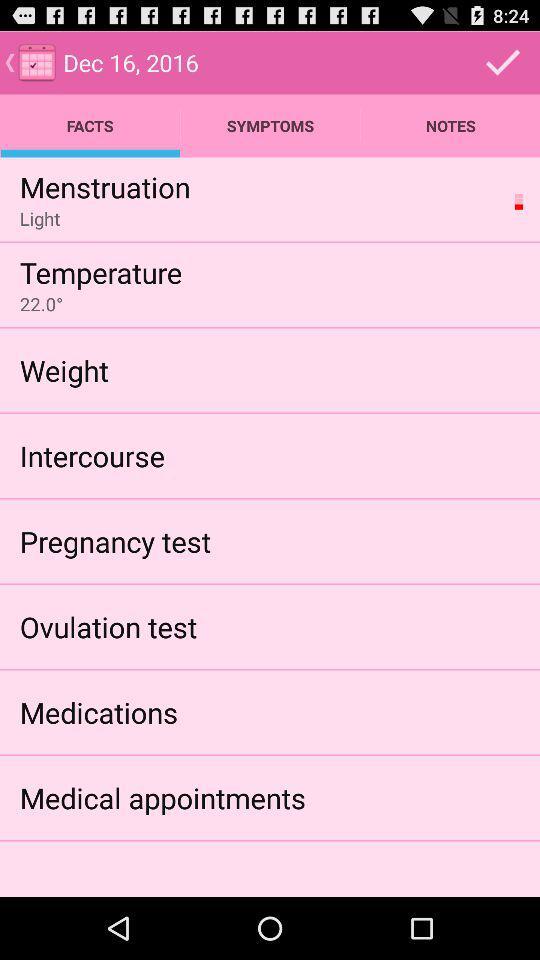  What do you see at coordinates (41, 304) in the screenshot?
I see `the app below the temperature icon` at bounding box center [41, 304].